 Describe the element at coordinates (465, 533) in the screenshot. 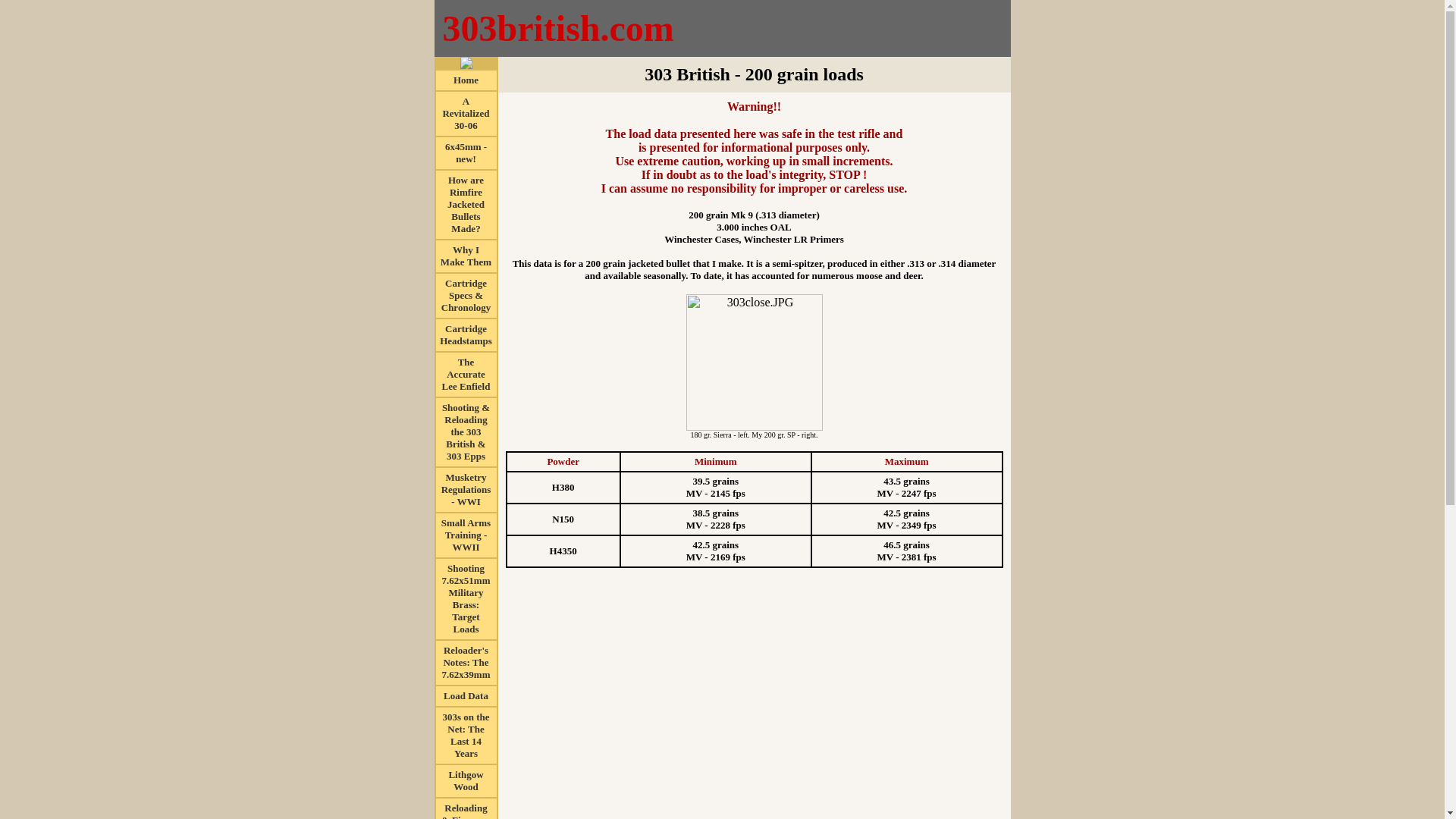

I see `'Small Arms Training - WWII'` at that location.